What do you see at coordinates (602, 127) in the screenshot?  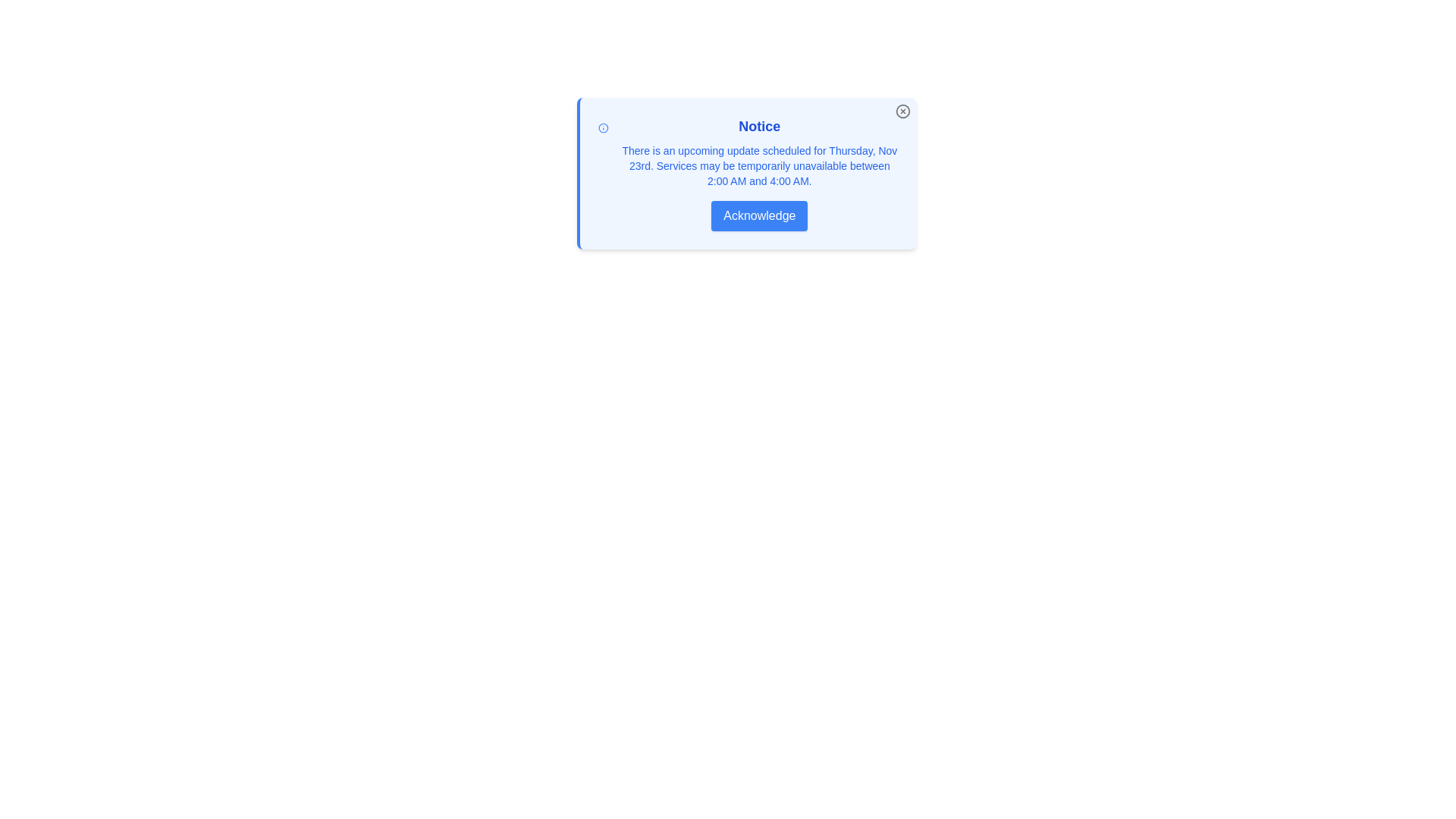 I see `the blue circular icon with an outlined border located at the top-left of the notification card, adjacent to the 'Notice' heading` at bounding box center [602, 127].